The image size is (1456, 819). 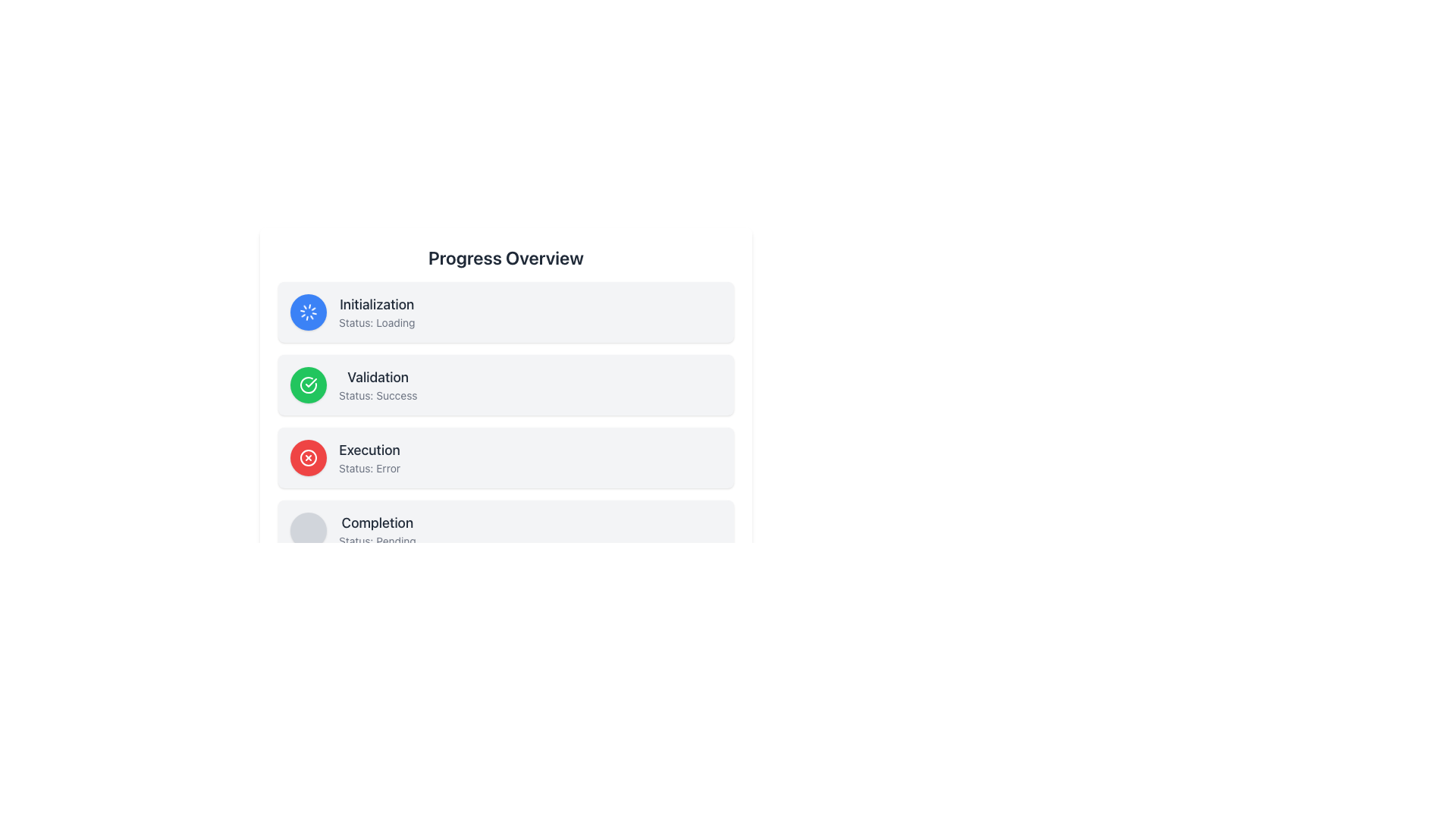 What do you see at coordinates (378, 376) in the screenshot?
I see `text label displaying 'Validation' located centrally in a horizontal layout, adjacent to a green circular icon with a white checkmark` at bounding box center [378, 376].